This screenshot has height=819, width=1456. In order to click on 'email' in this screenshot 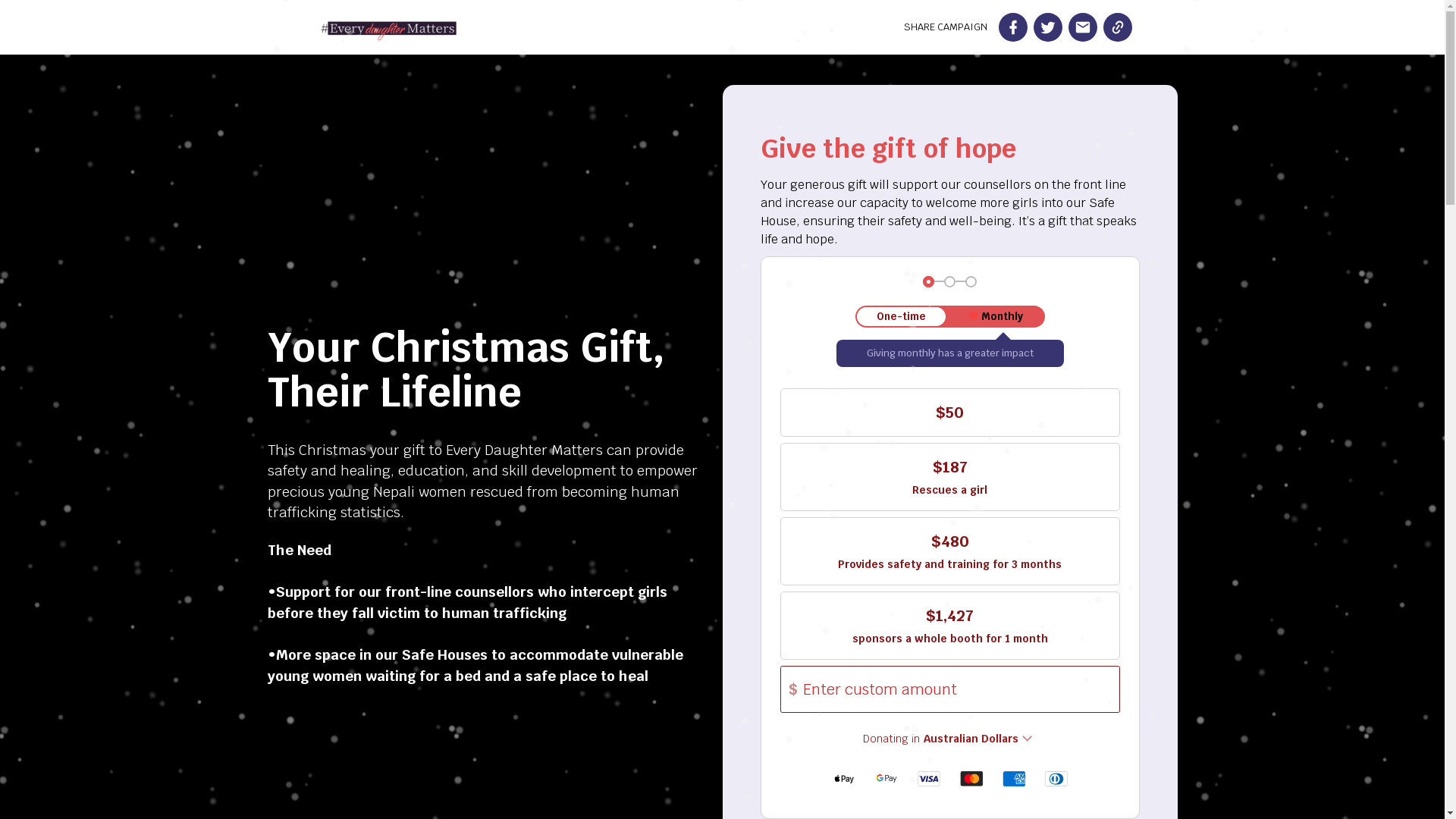, I will do `click(1081, 27)`.